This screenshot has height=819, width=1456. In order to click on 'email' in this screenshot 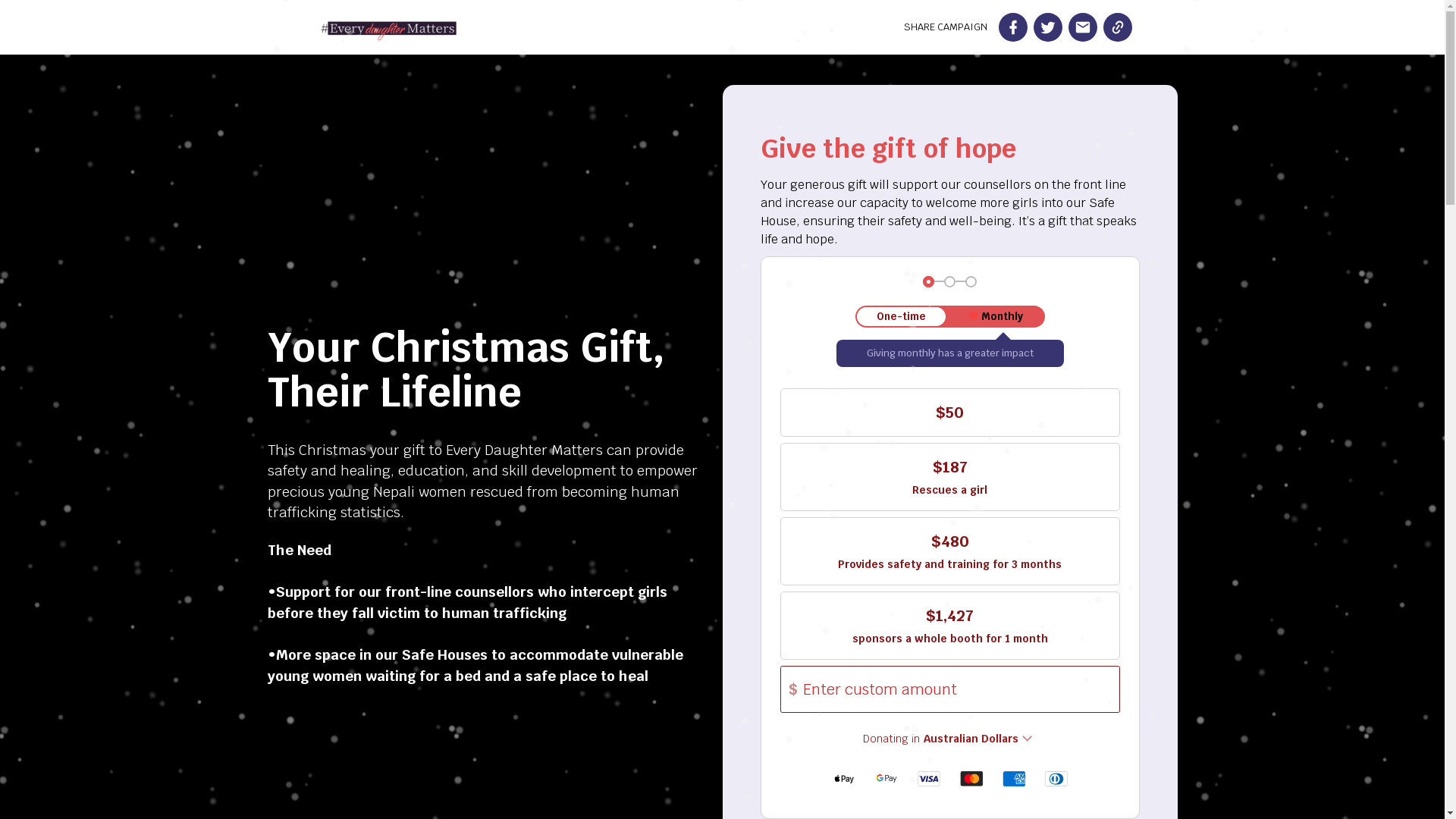, I will do `click(1081, 27)`.